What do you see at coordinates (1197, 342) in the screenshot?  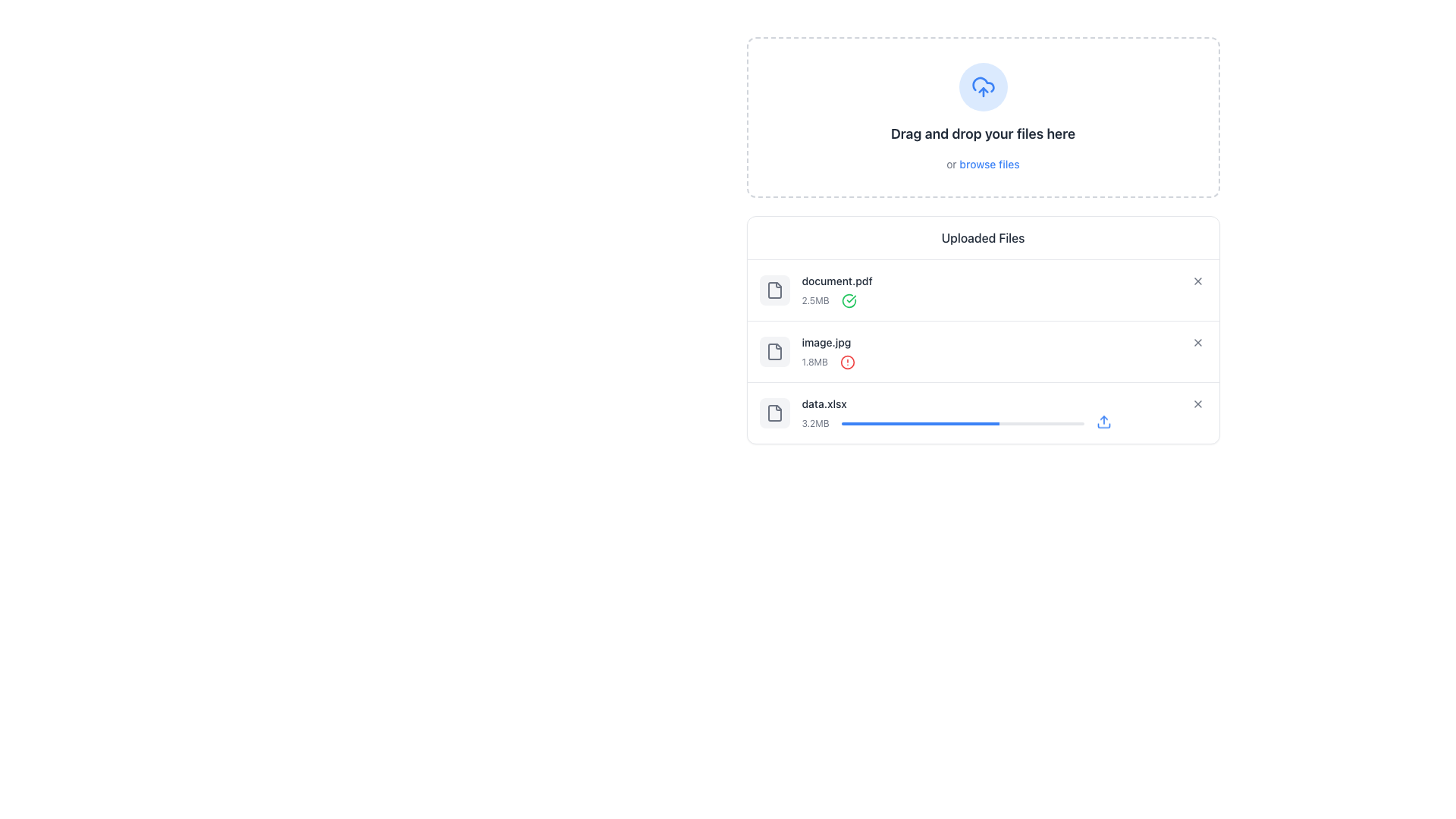 I see `the circular button with a minimalist 'X' icon, styled in gray, located adjacent to the file name 'image.jpg' in the file upload section to activate the hover effect` at bounding box center [1197, 342].